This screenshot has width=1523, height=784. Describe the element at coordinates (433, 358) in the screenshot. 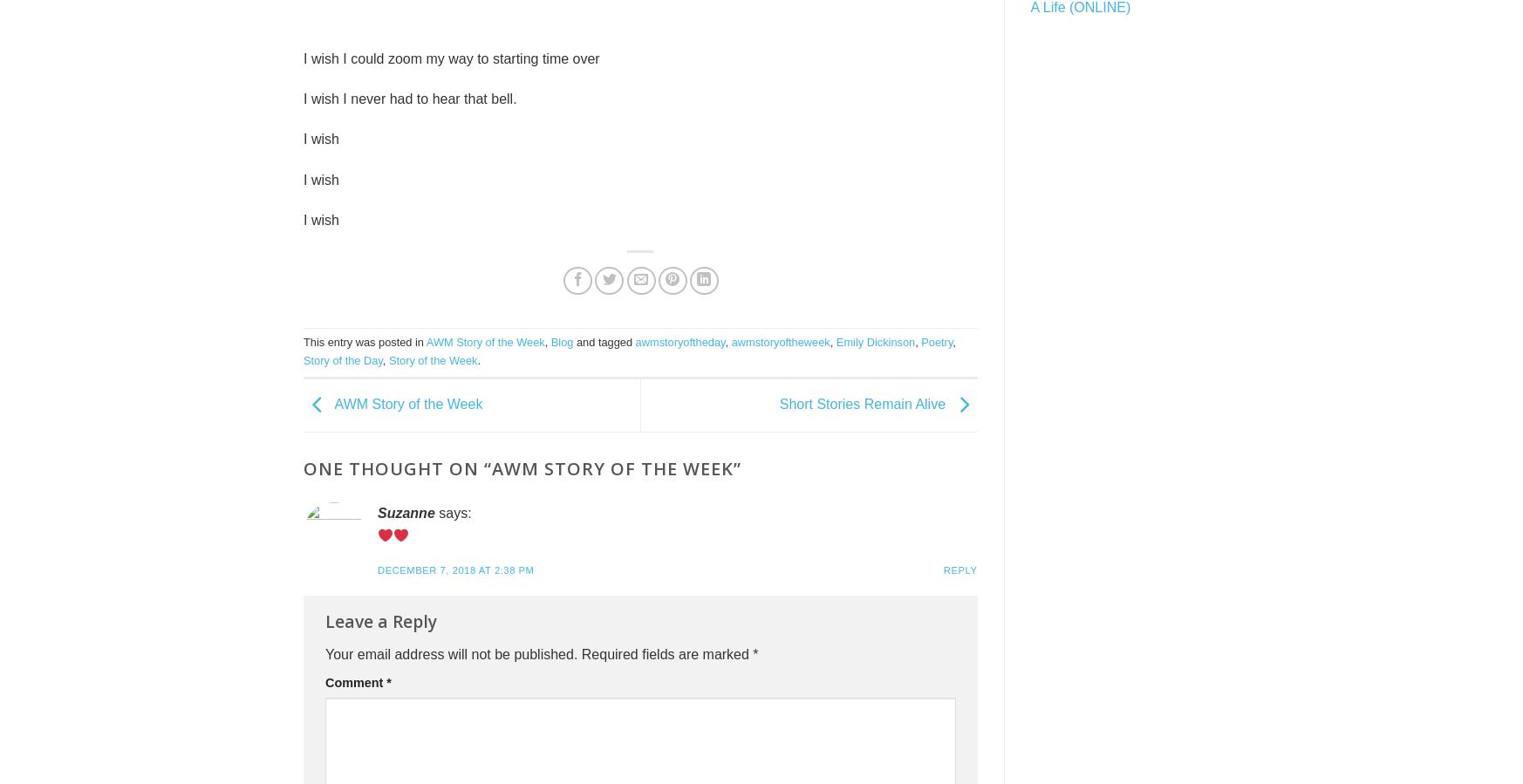

I see `'Story of the Week'` at that location.